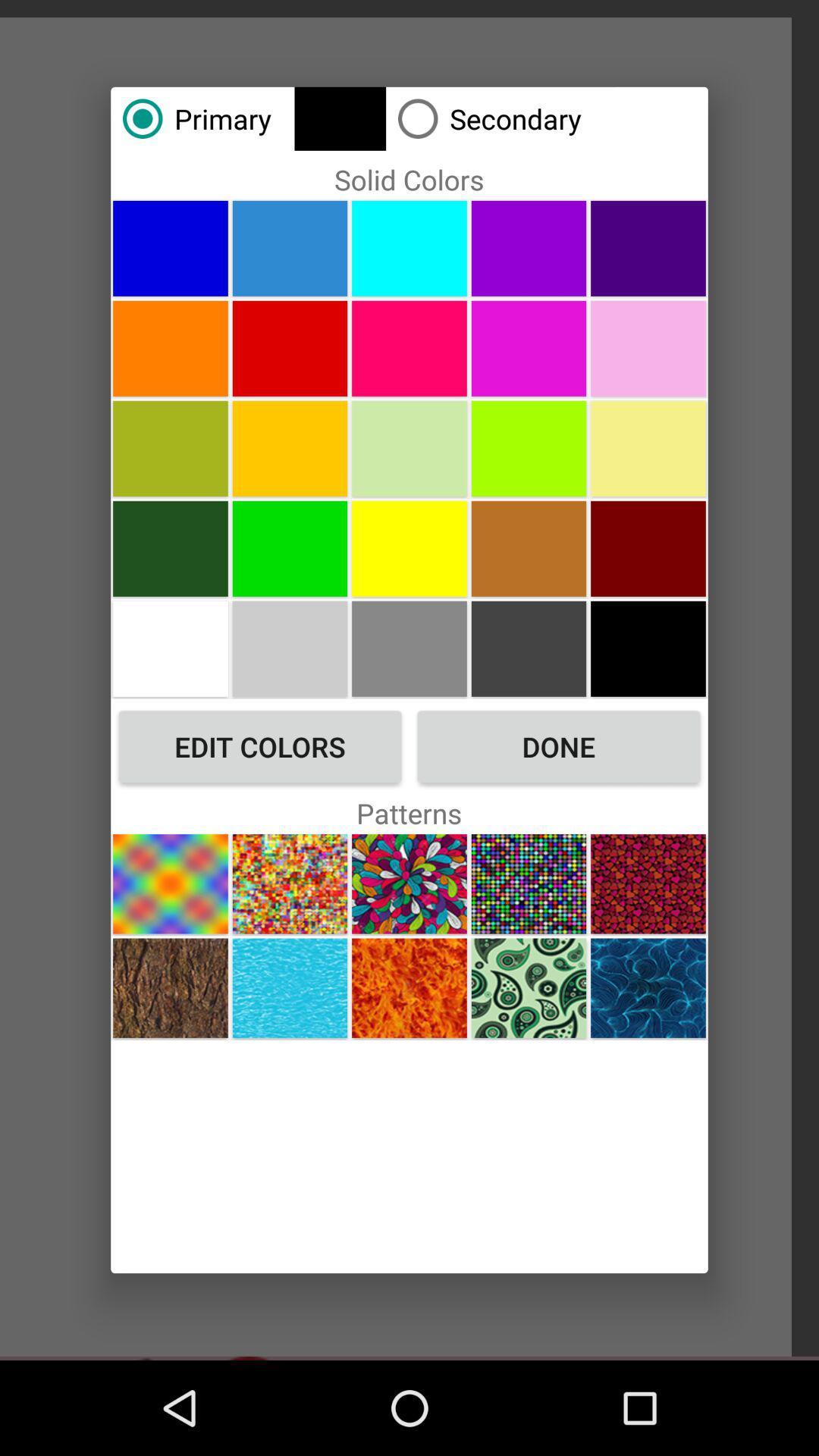 This screenshot has height=1456, width=819. Describe the element at coordinates (170, 883) in the screenshot. I see `pattern` at that location.